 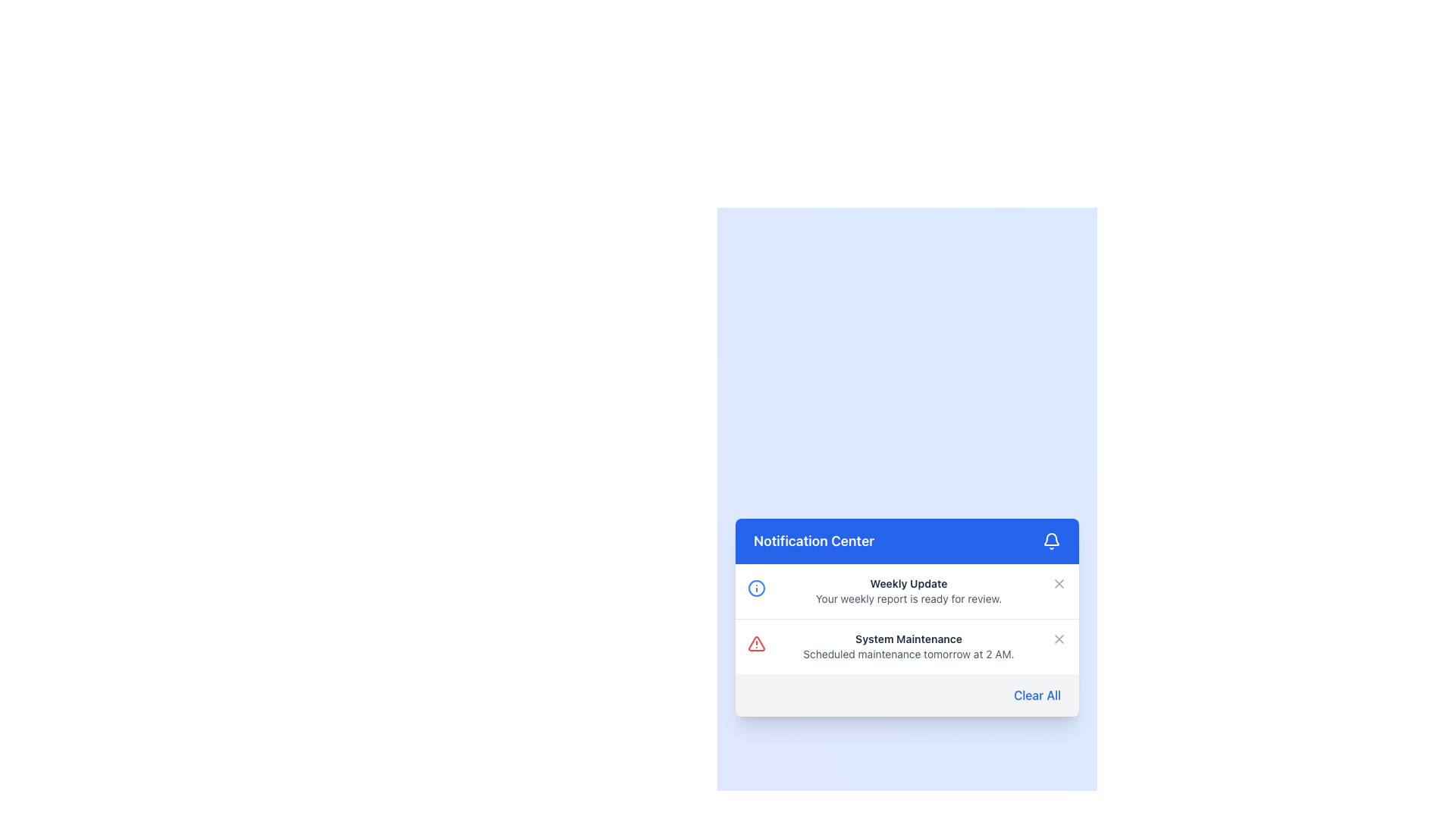 I want to click on the dismiss icon located to the right of the 'Weekly Update' text, so click(x=1058, y=582).